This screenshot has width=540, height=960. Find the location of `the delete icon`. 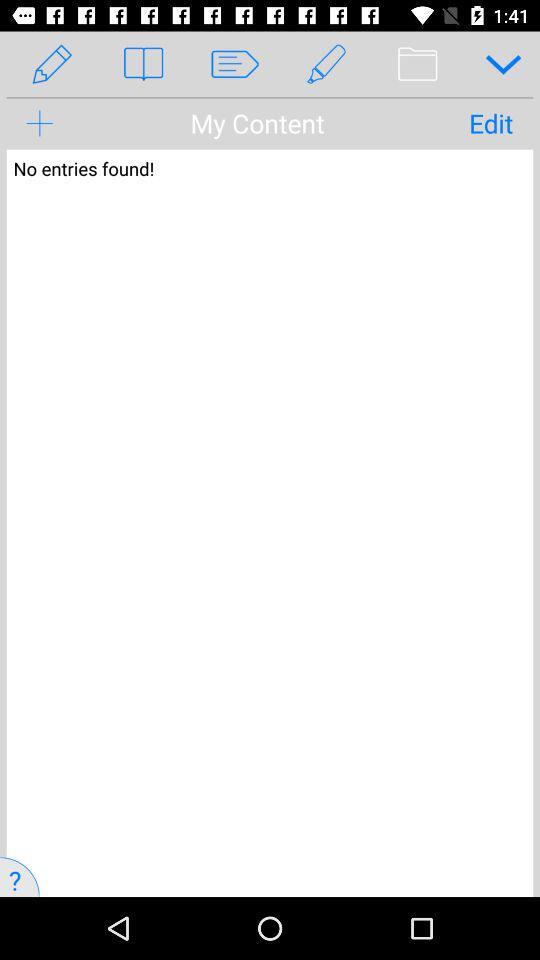

the delete icon is located at coordinates (416, 64).